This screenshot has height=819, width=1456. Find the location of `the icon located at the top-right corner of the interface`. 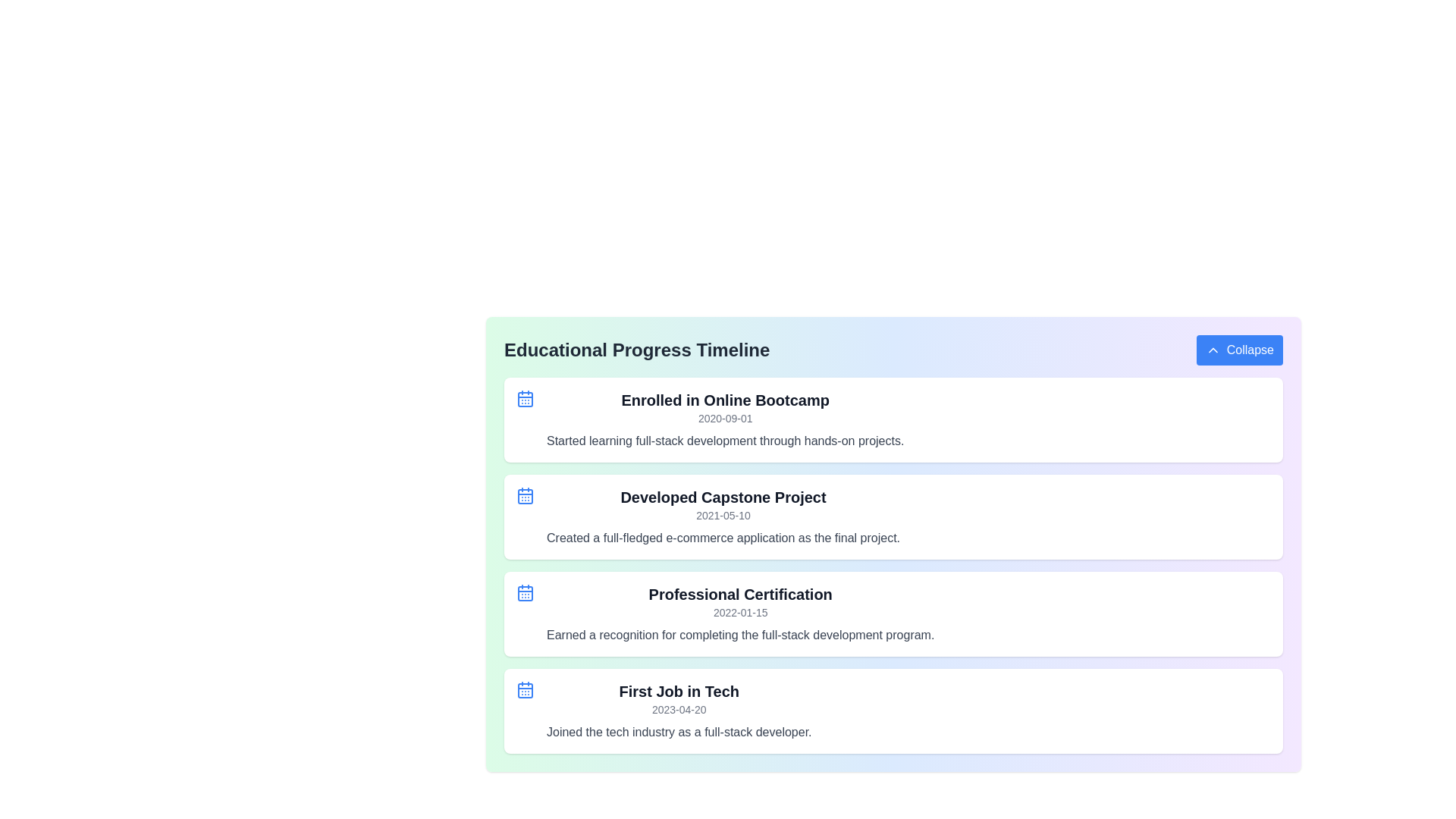

the icon located at the top-right corner of the interface is located at coordinates (1212, 350).